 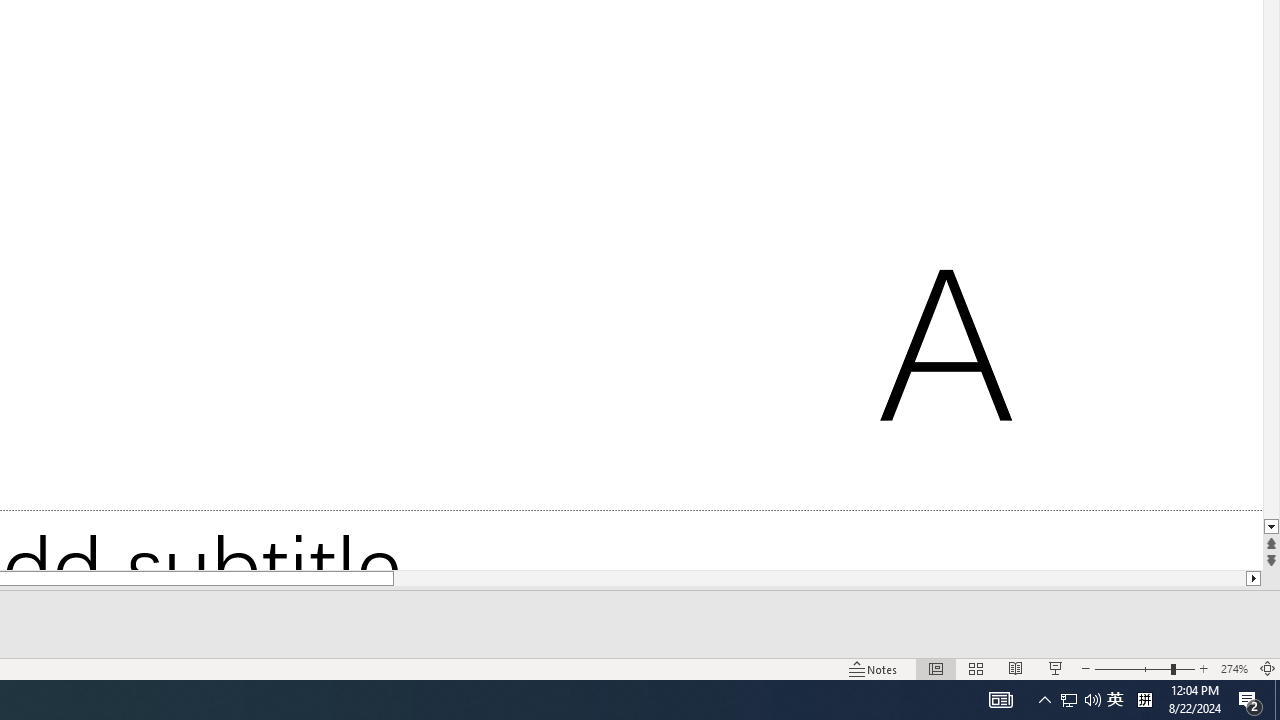 I want to click on 'Zoom 274%', so click(x=1233, y=669).